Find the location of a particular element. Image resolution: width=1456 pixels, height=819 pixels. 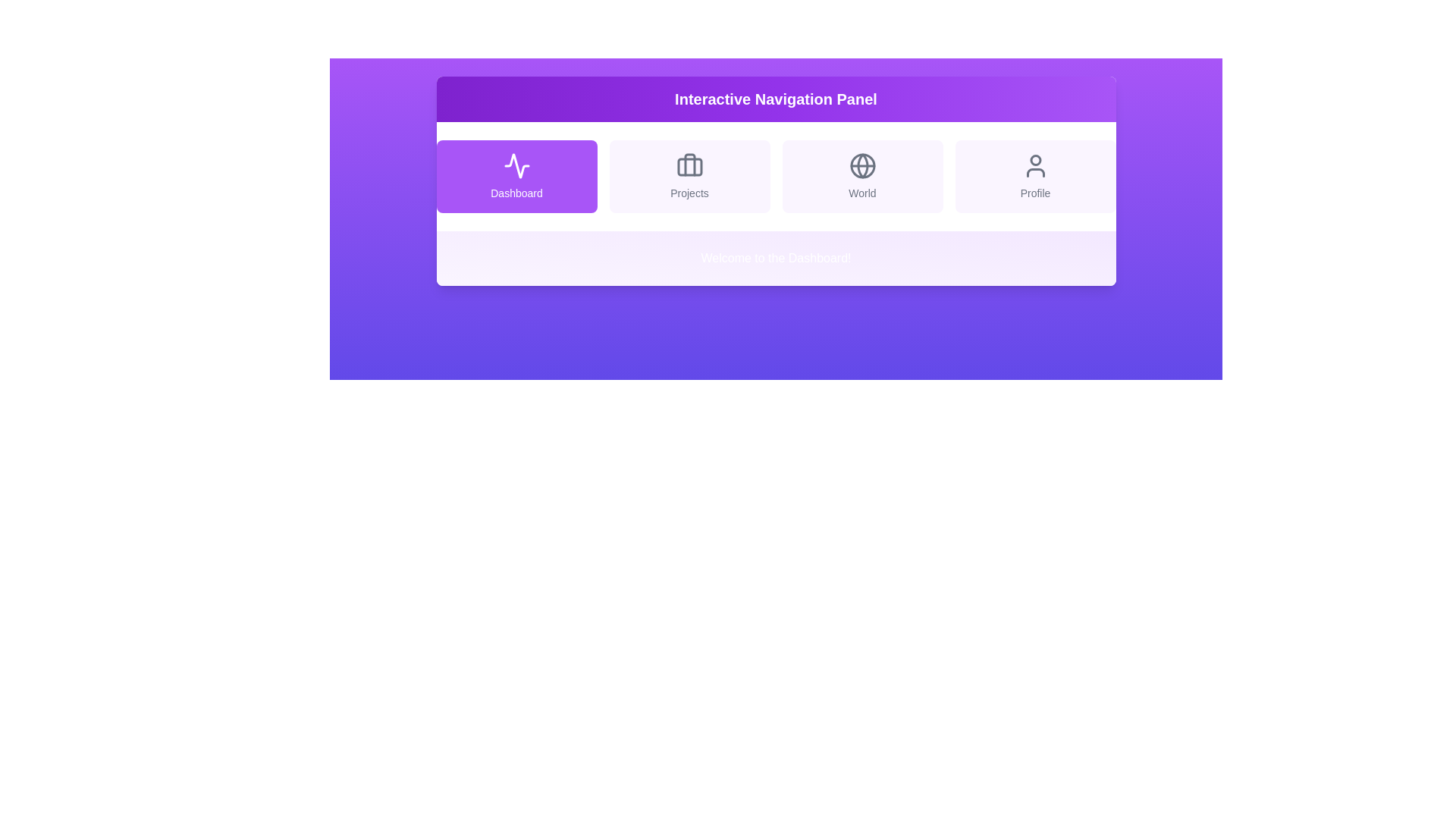

the innermost circle of the 'World' icon group, which has a stroke width of 2 units and is part of a globe-like SVG graphic is located at coordinates (862, 166).